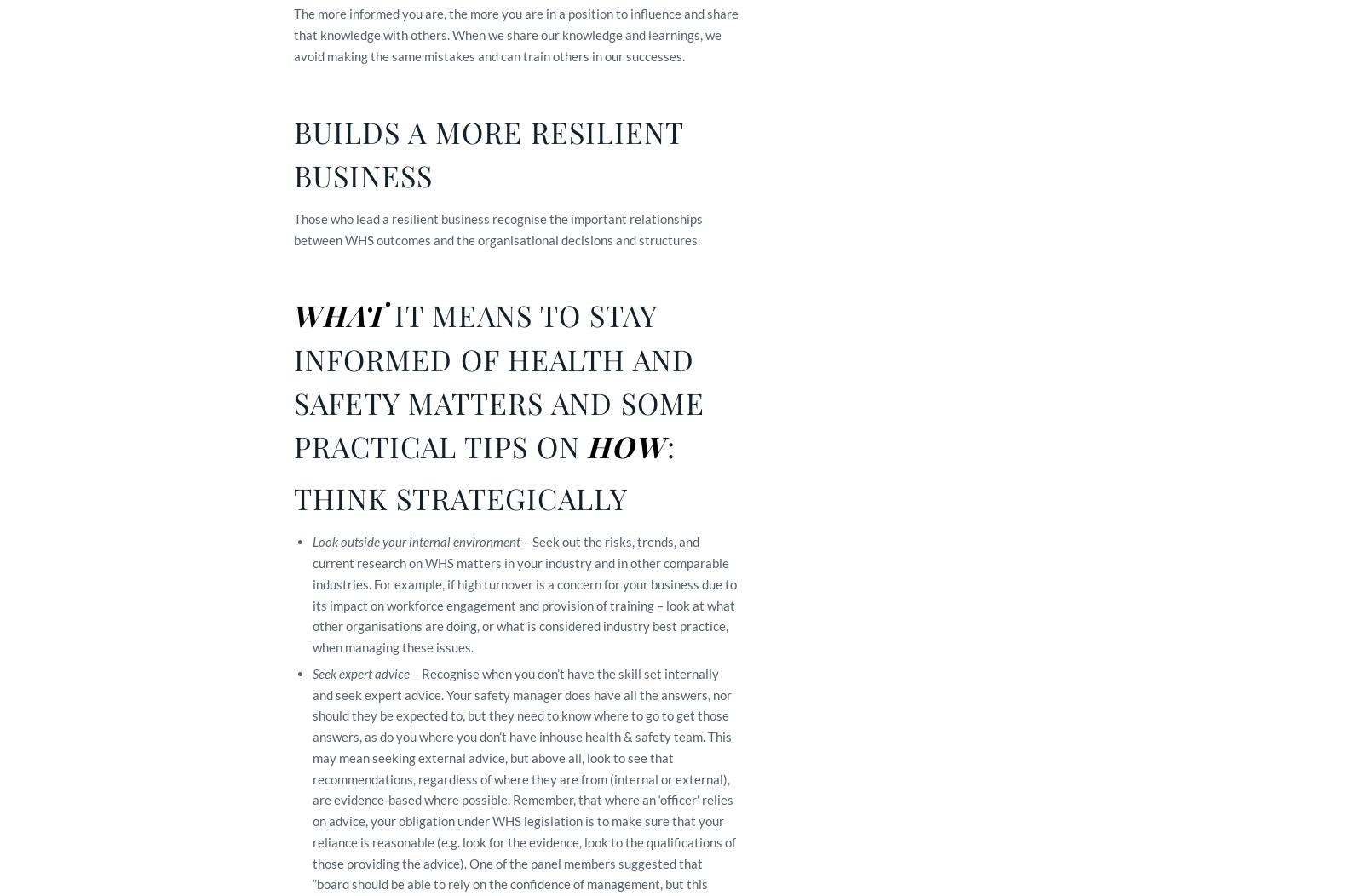 The image size is (1363, 896). I want to click on 'WHAT', so click(343, 314).